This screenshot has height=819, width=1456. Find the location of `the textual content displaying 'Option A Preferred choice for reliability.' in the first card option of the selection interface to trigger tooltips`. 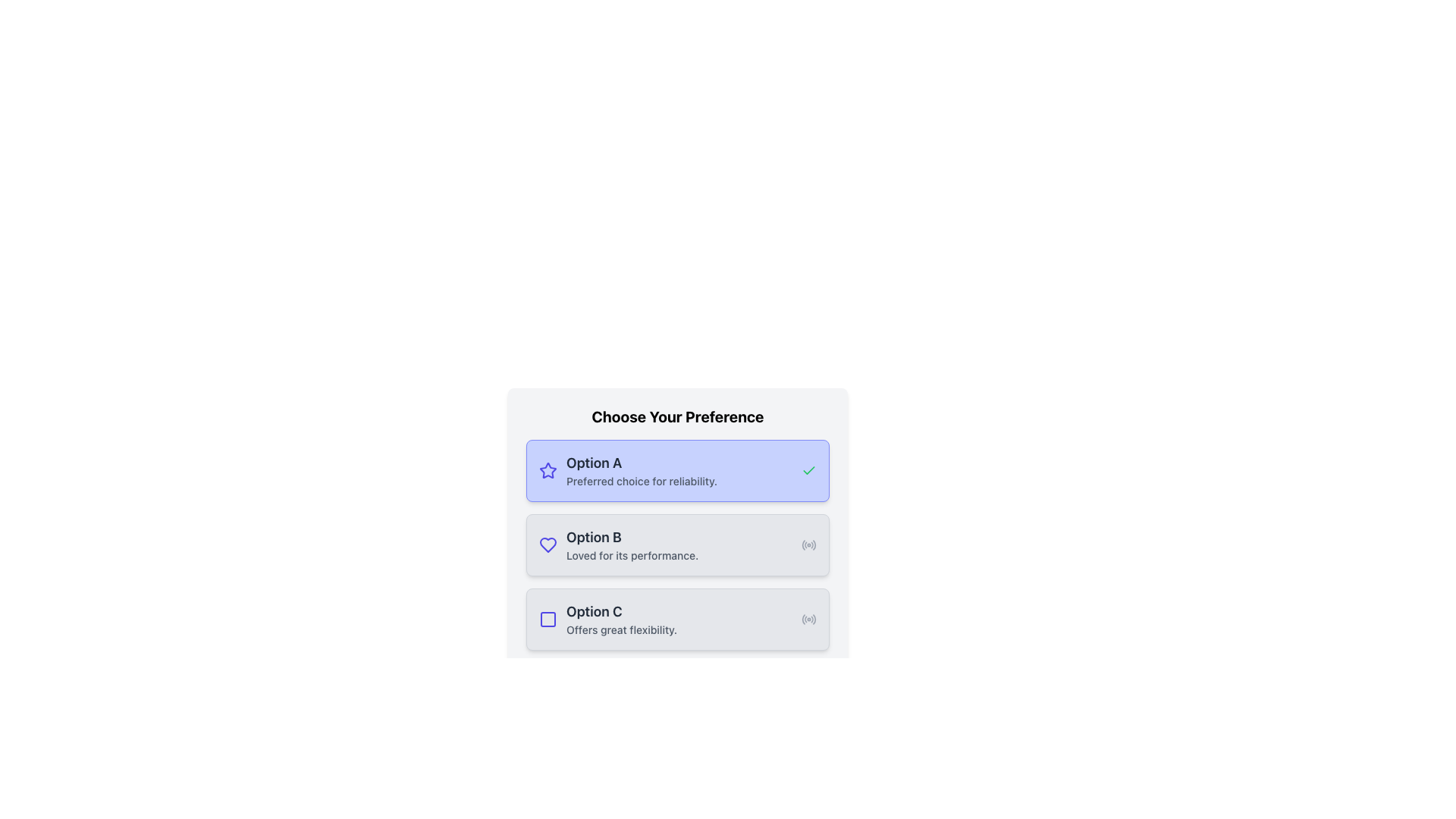

the textual content displaying 'Option A Preferred choice for reliability.' in the first card option of the selection interface to trigger tooltips is located at coordinates (679, 470).